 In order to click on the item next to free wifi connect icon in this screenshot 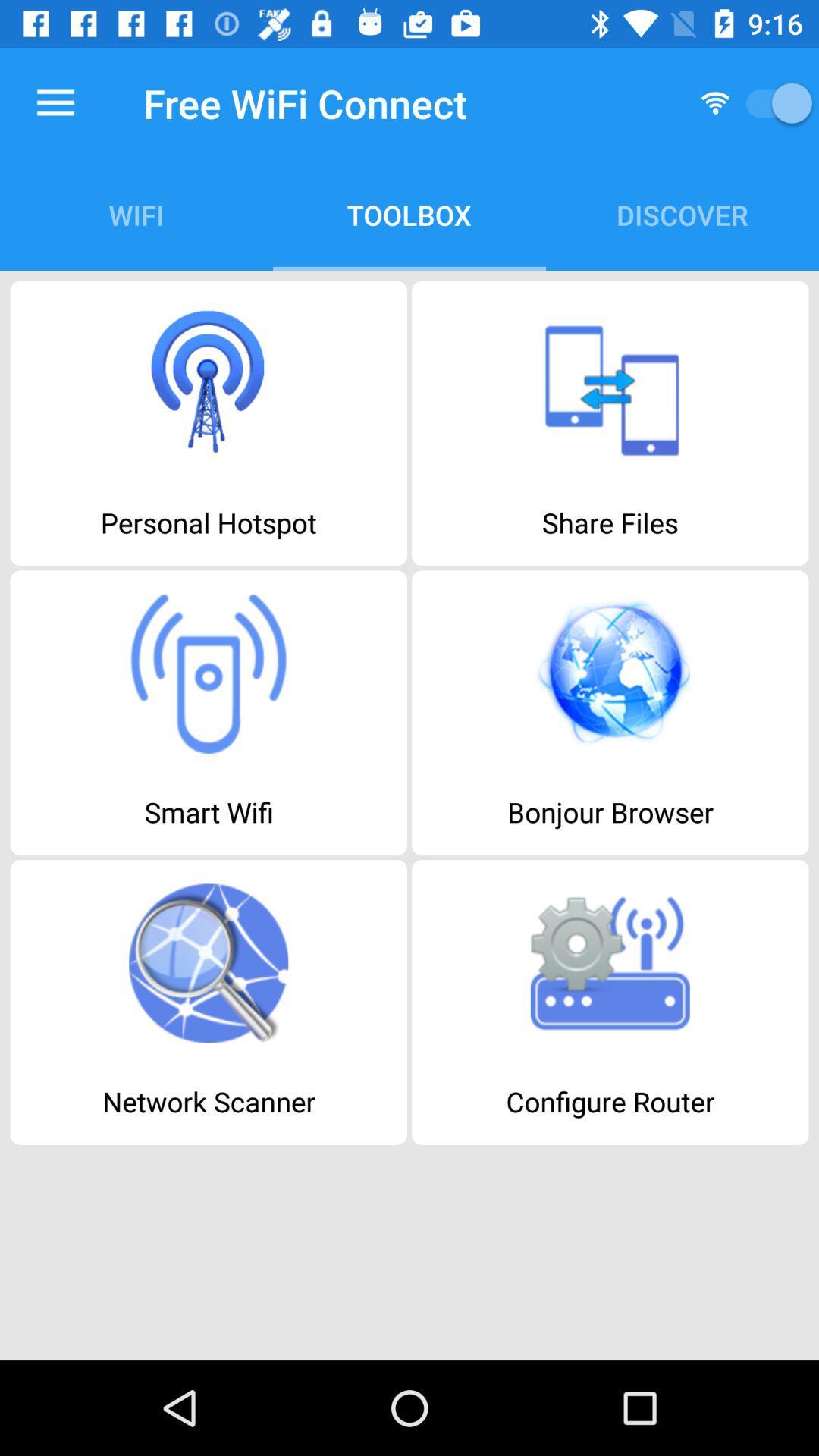, I will do `click(55, 102)`.